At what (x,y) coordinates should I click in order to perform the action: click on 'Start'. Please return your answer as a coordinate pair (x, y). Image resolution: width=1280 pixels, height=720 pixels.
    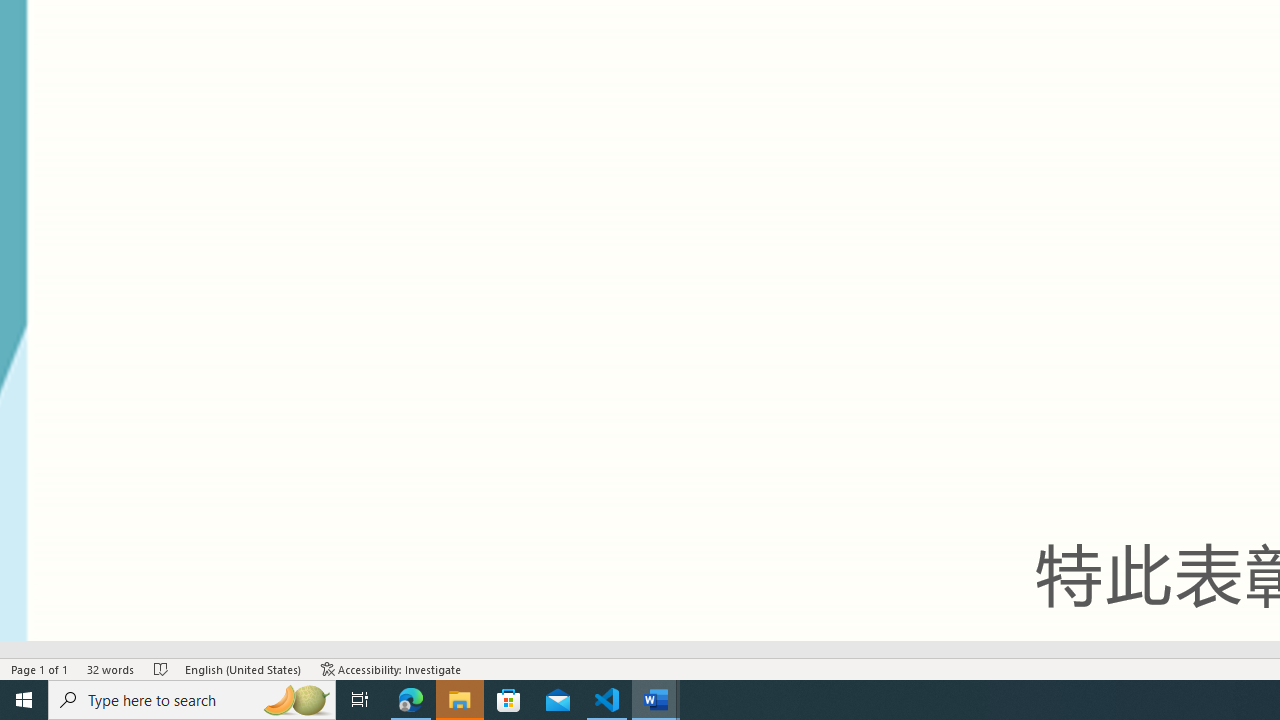
    Looking at the image, I should click on (24, 698).